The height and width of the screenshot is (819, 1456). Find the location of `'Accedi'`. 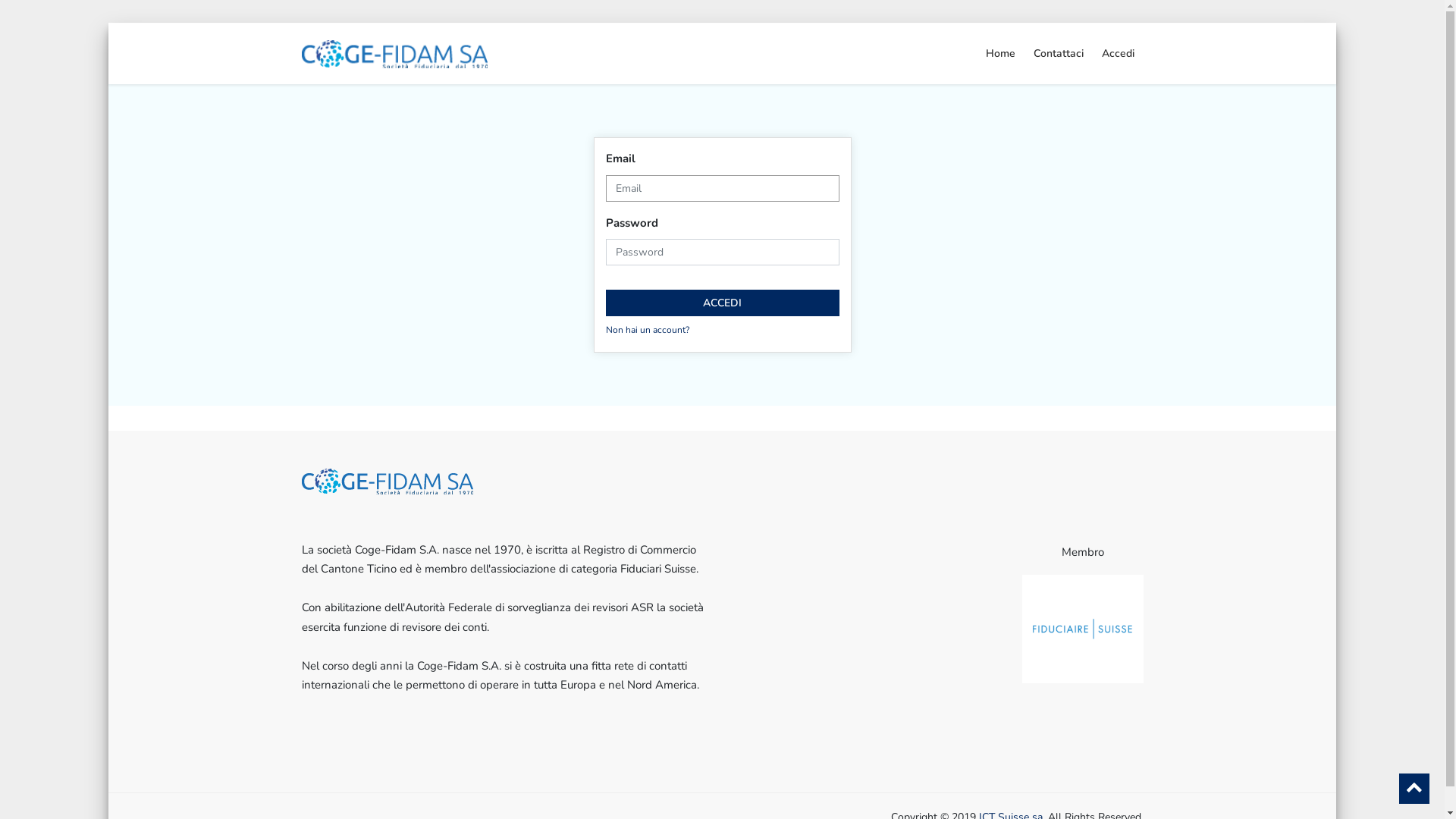

'Accedi' is located at coordinates (1092, 52).